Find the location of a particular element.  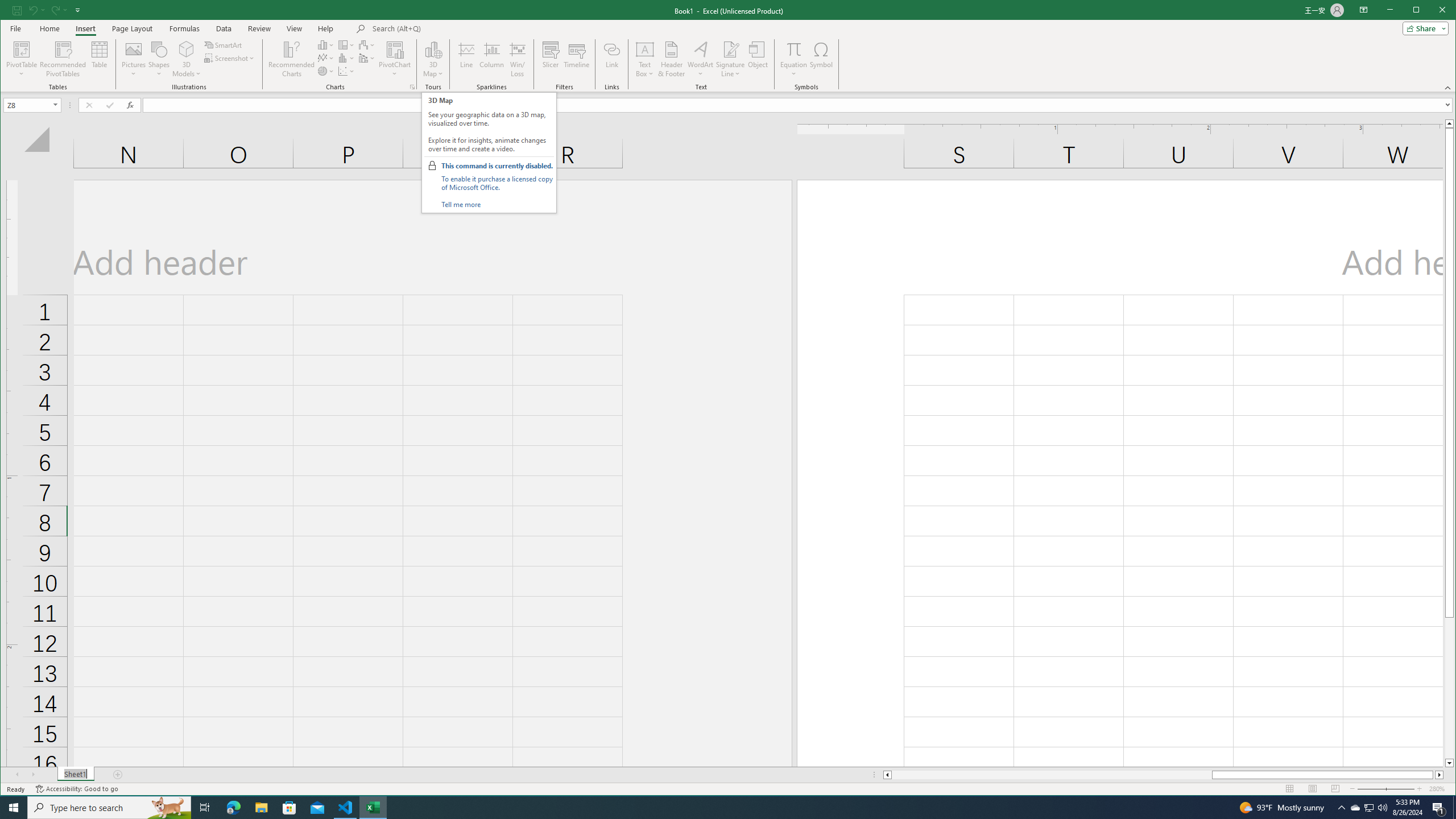

'Insert Column or Bar Chart' is located at coordinates (325, 44).